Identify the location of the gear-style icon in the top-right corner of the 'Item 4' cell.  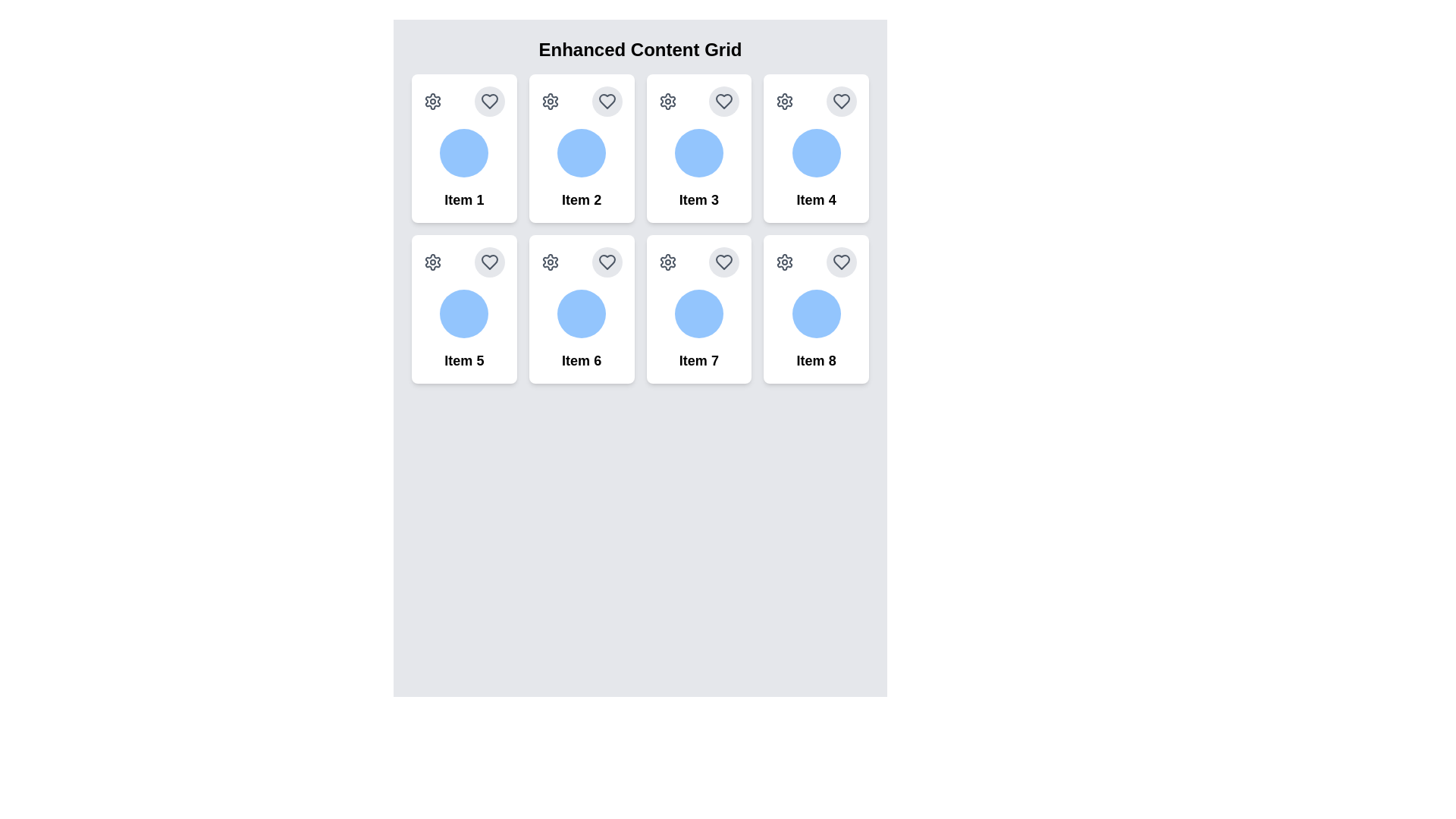
(785, 102).